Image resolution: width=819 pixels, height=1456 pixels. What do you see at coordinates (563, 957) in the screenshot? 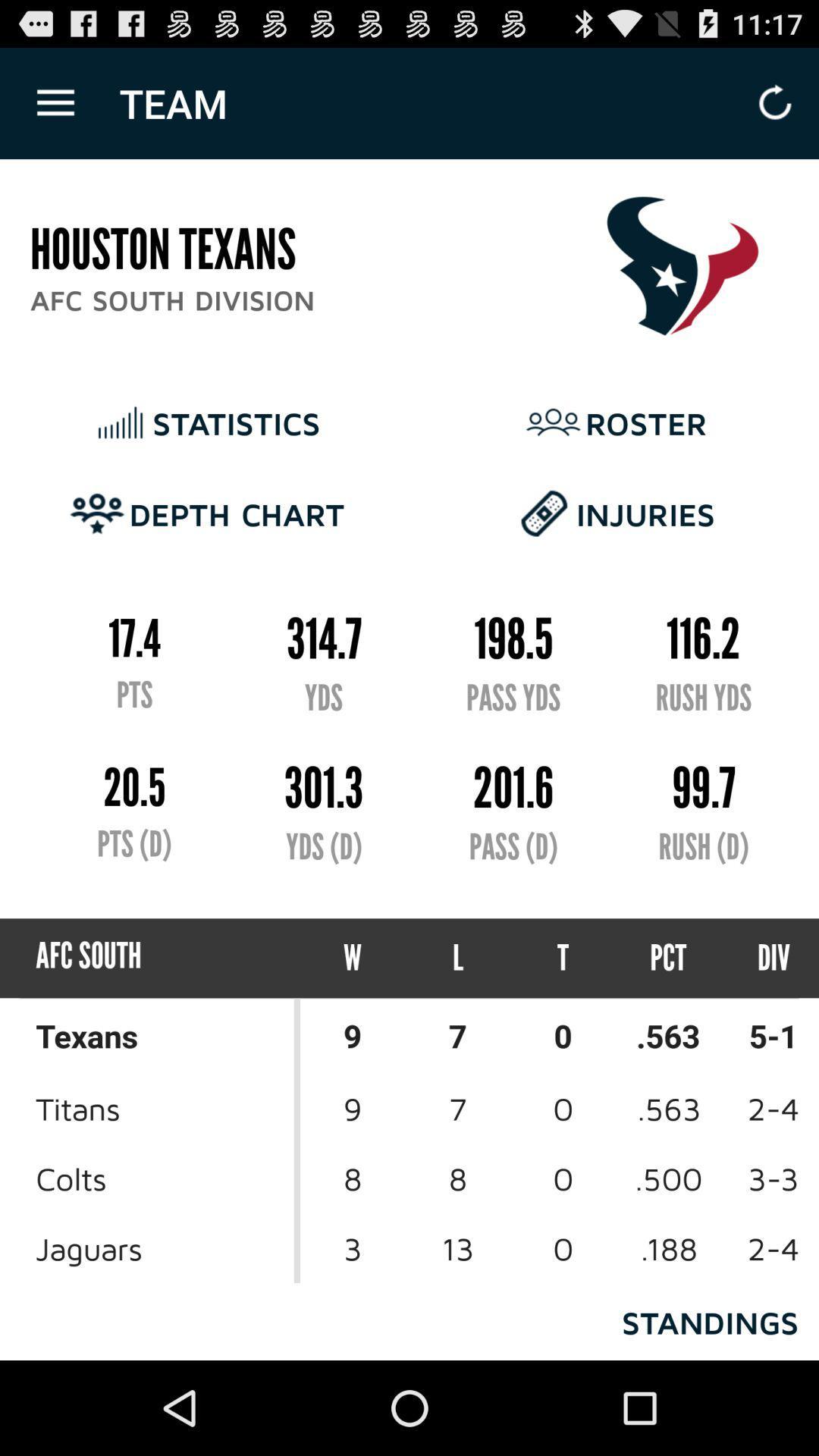
I see `icon below the pass (d)` at bounding box center [563, 957].